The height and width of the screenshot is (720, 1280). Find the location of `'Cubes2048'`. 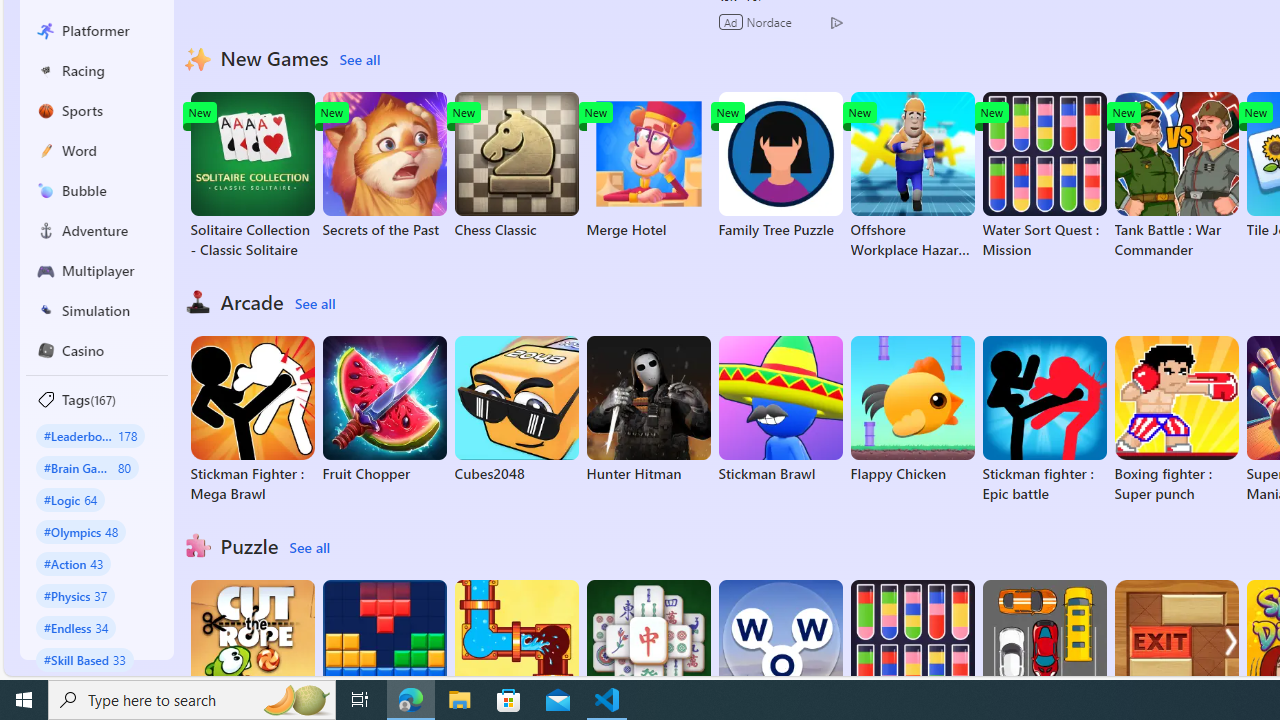

'Cubes2048' is located at coordinates (516, 409).